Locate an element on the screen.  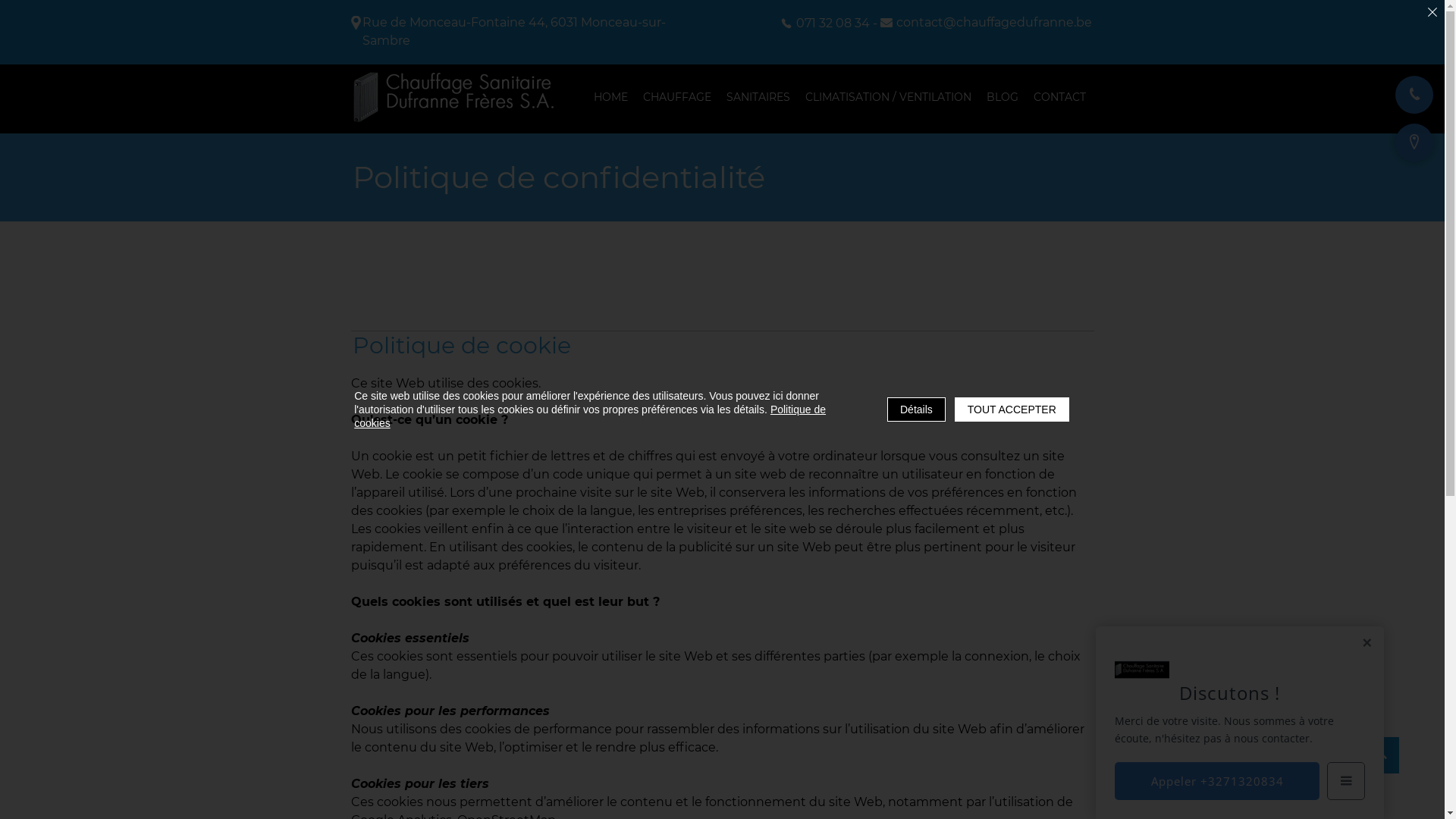
'TOUT ACCEPTER' is located at coordinates (1012, 409).